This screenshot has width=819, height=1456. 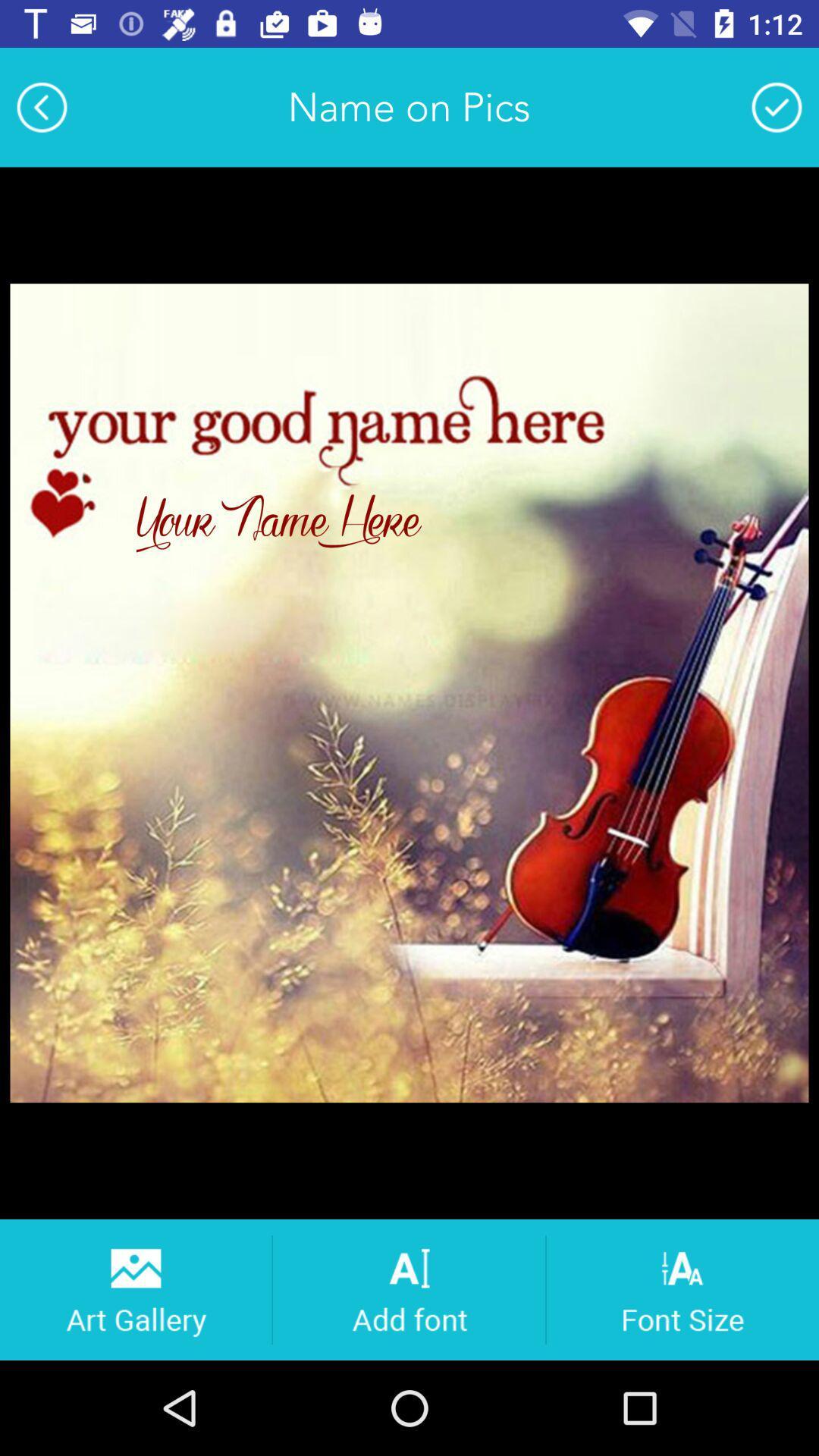 What do you see at coordinates (777, 106) in the screenshot?
I see `the app next to the name on pics app` at bounding box center [777, 106].